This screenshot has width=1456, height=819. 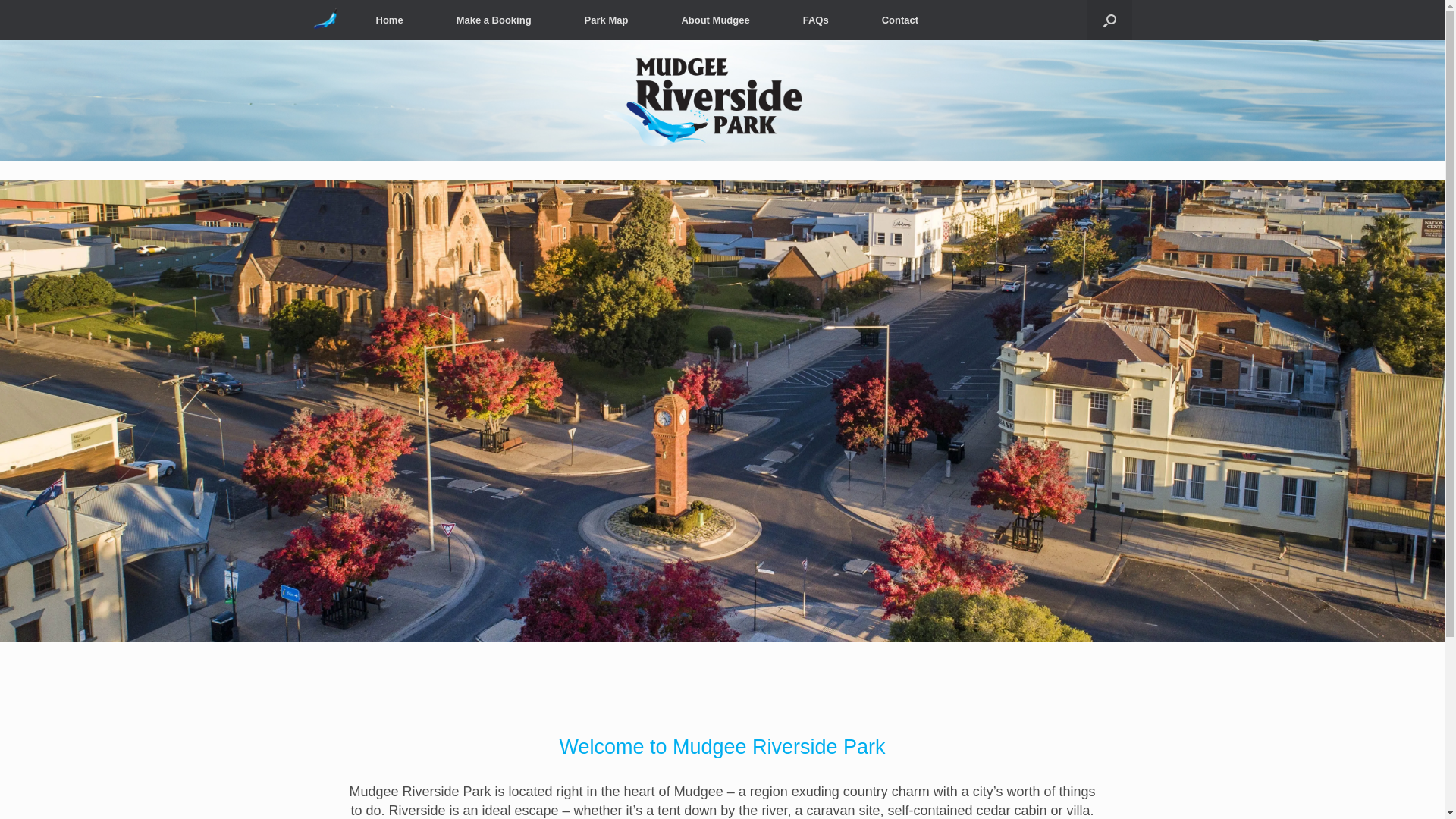 I want to click on 'About Mudgee', so click(x=714, y=20).